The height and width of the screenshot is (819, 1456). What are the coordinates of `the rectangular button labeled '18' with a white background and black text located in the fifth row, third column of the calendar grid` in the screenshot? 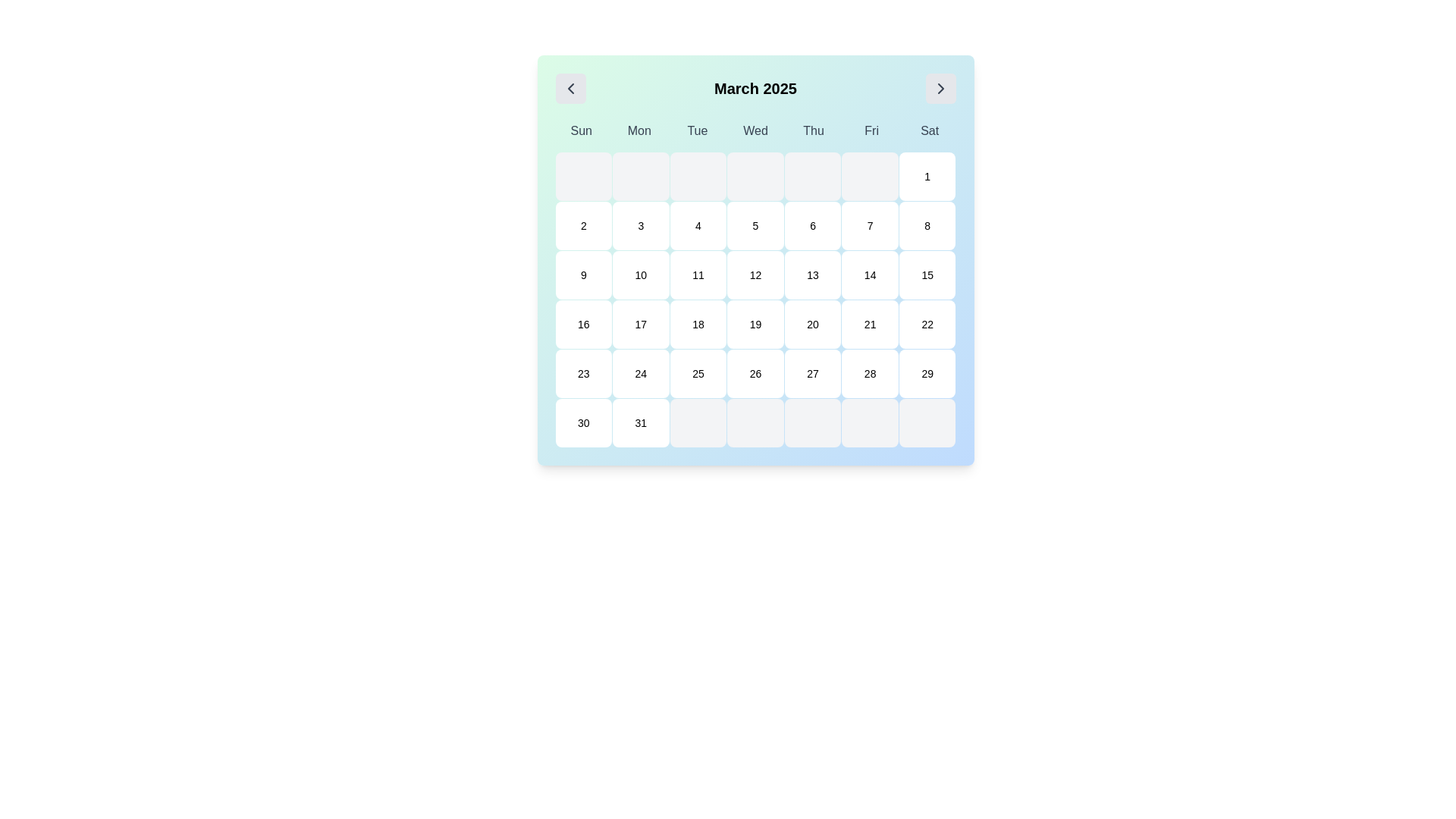 It's located at (697, 324).